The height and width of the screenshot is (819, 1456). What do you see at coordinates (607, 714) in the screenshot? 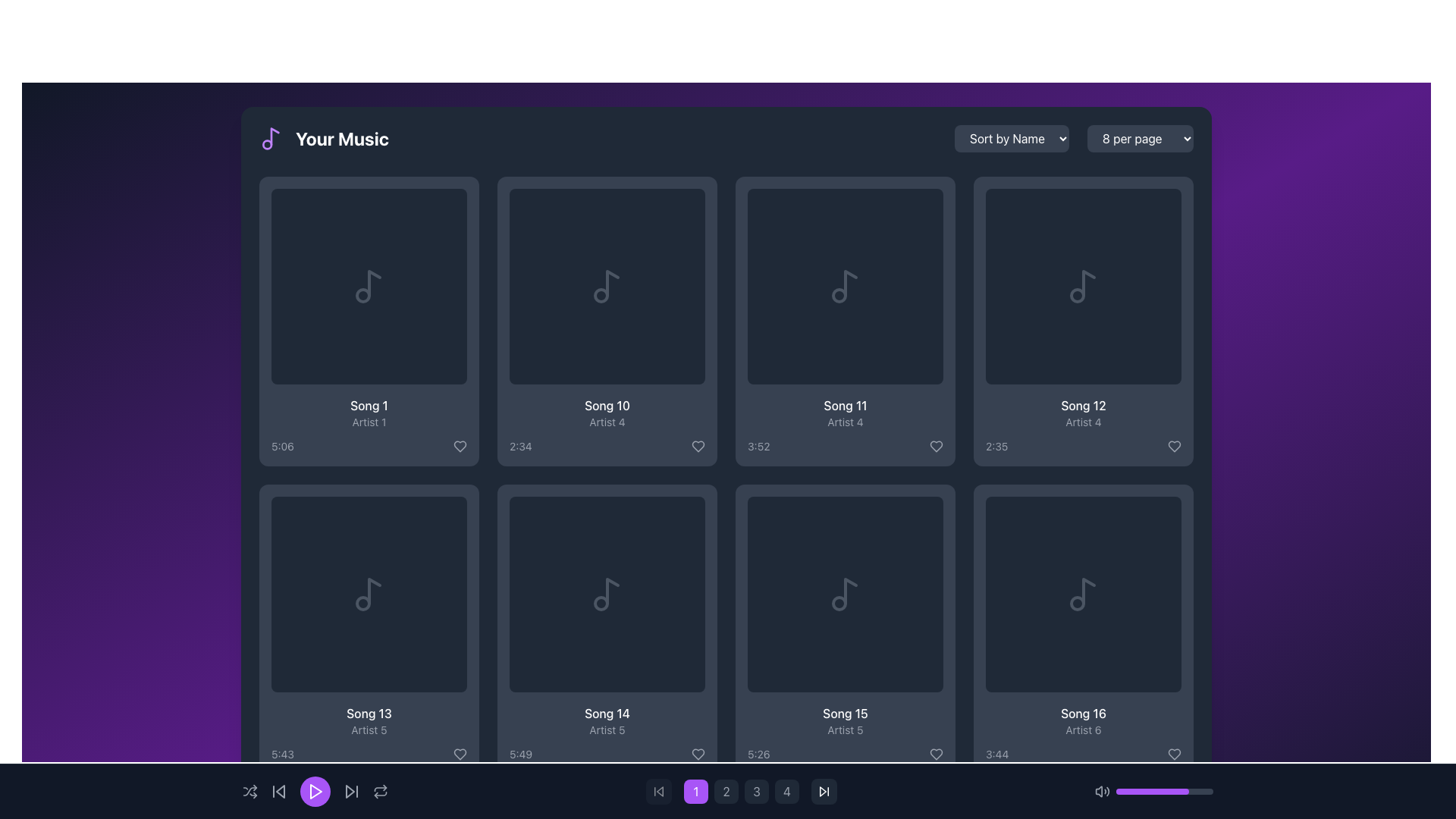
I see `the Text Label displaying the title of a song, which is located in the seventh card of the grid layout, positioned below the album art and above 'Artist 5'` at bounding box center [607, 714].